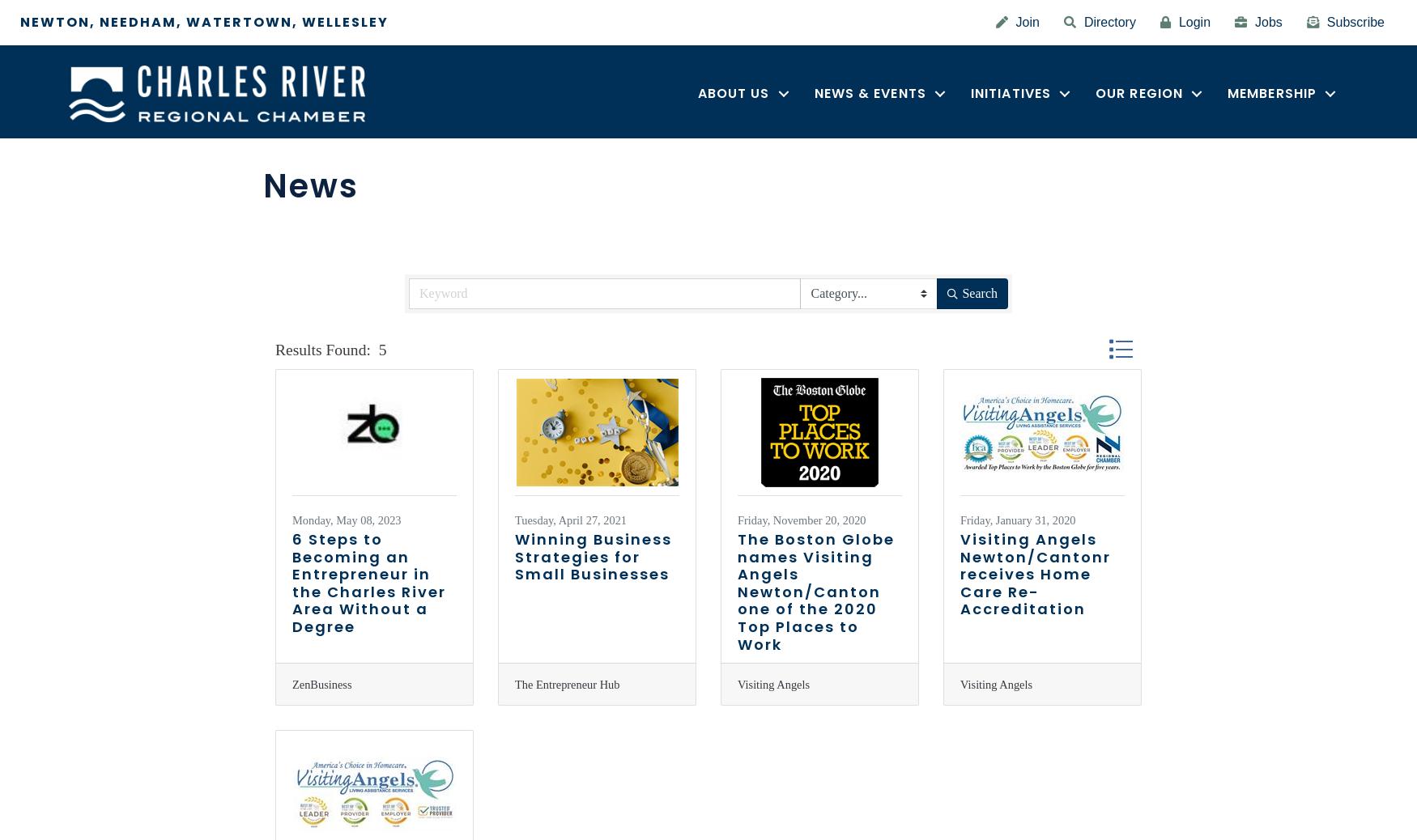 The image size is (1417, 840). I want to click on 'Monday, May 08, 2023', so click(346, 520).